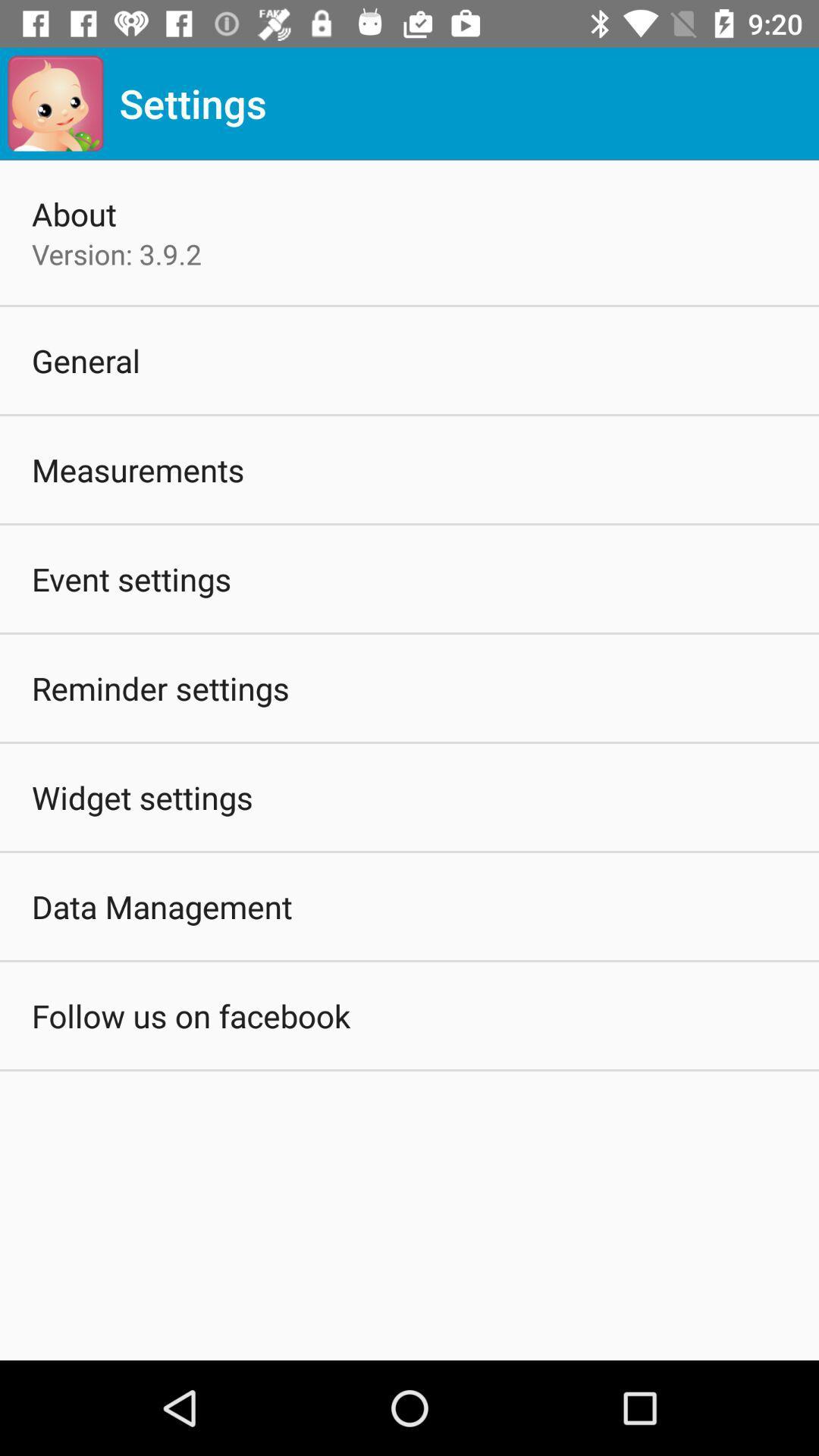 The image size is (819, 1456). What do you see at coordinates (86, 359) in the screenshot?
I see `icon above the measurements item` at bounding box center [86, 359].